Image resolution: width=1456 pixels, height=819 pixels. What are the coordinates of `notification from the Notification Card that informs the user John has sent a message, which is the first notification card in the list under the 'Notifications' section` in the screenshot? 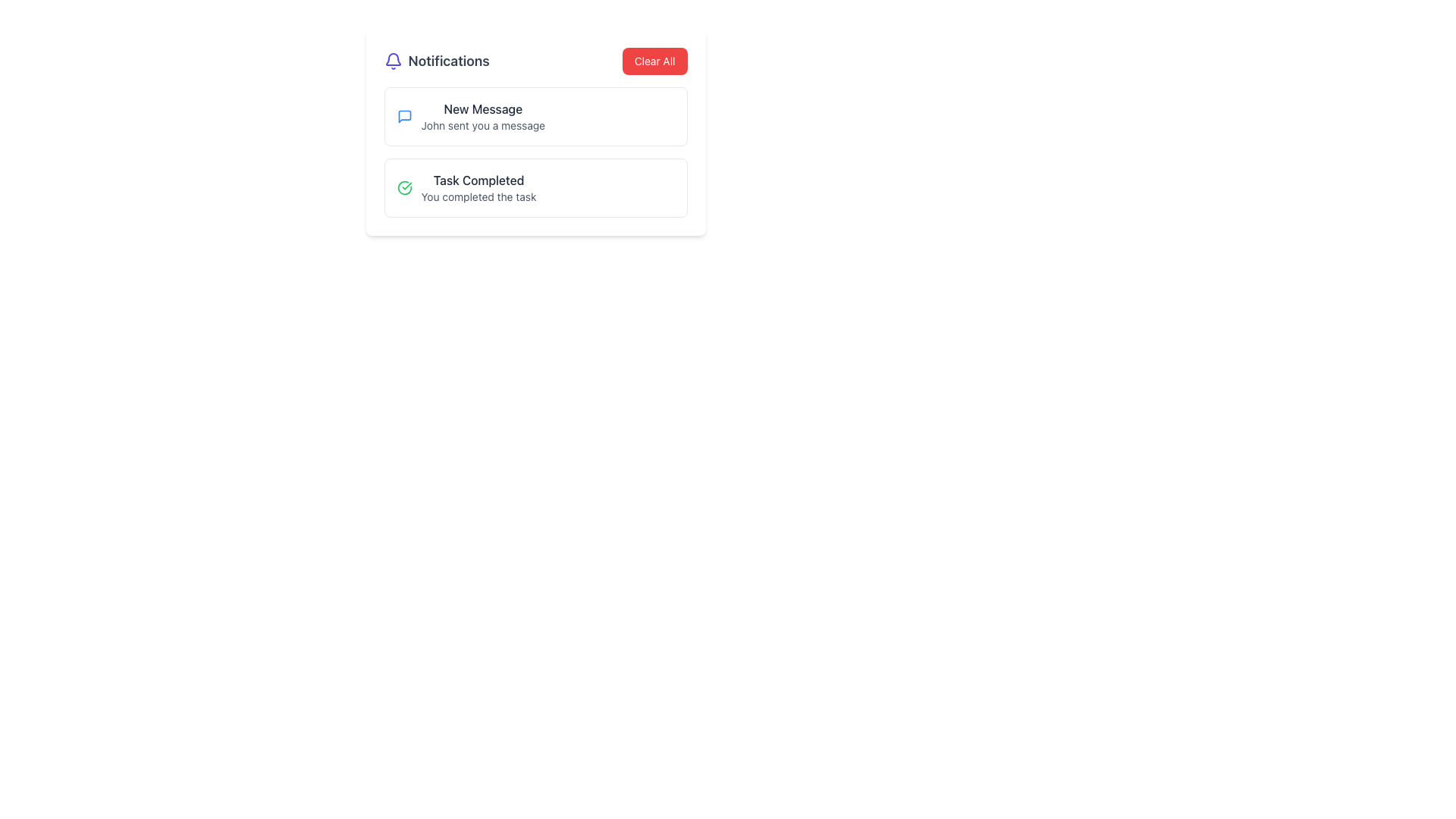 It's located at (535, 116).